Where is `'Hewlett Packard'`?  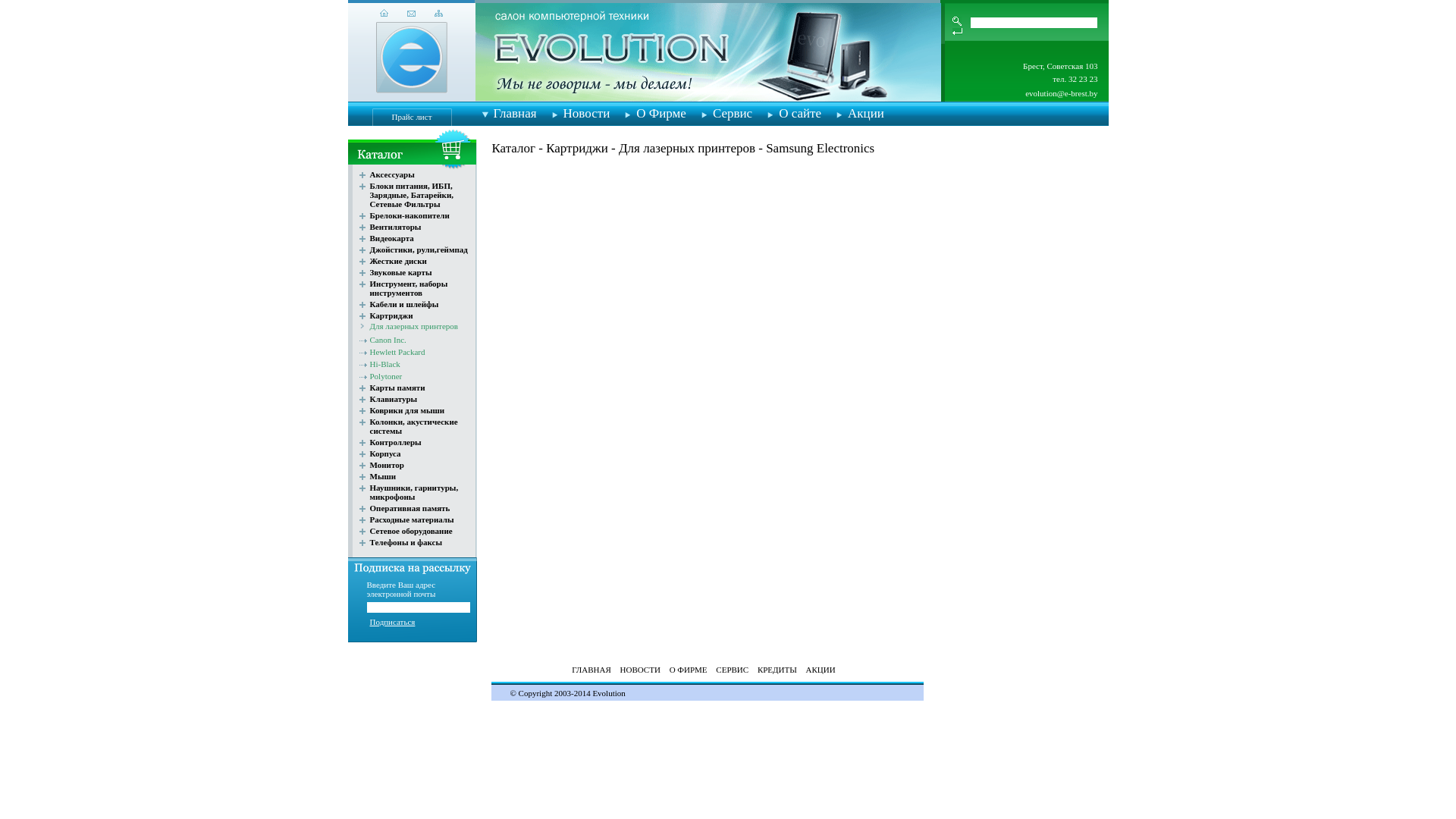
'Hewlett Packard' is located at coordinates (397, 351).